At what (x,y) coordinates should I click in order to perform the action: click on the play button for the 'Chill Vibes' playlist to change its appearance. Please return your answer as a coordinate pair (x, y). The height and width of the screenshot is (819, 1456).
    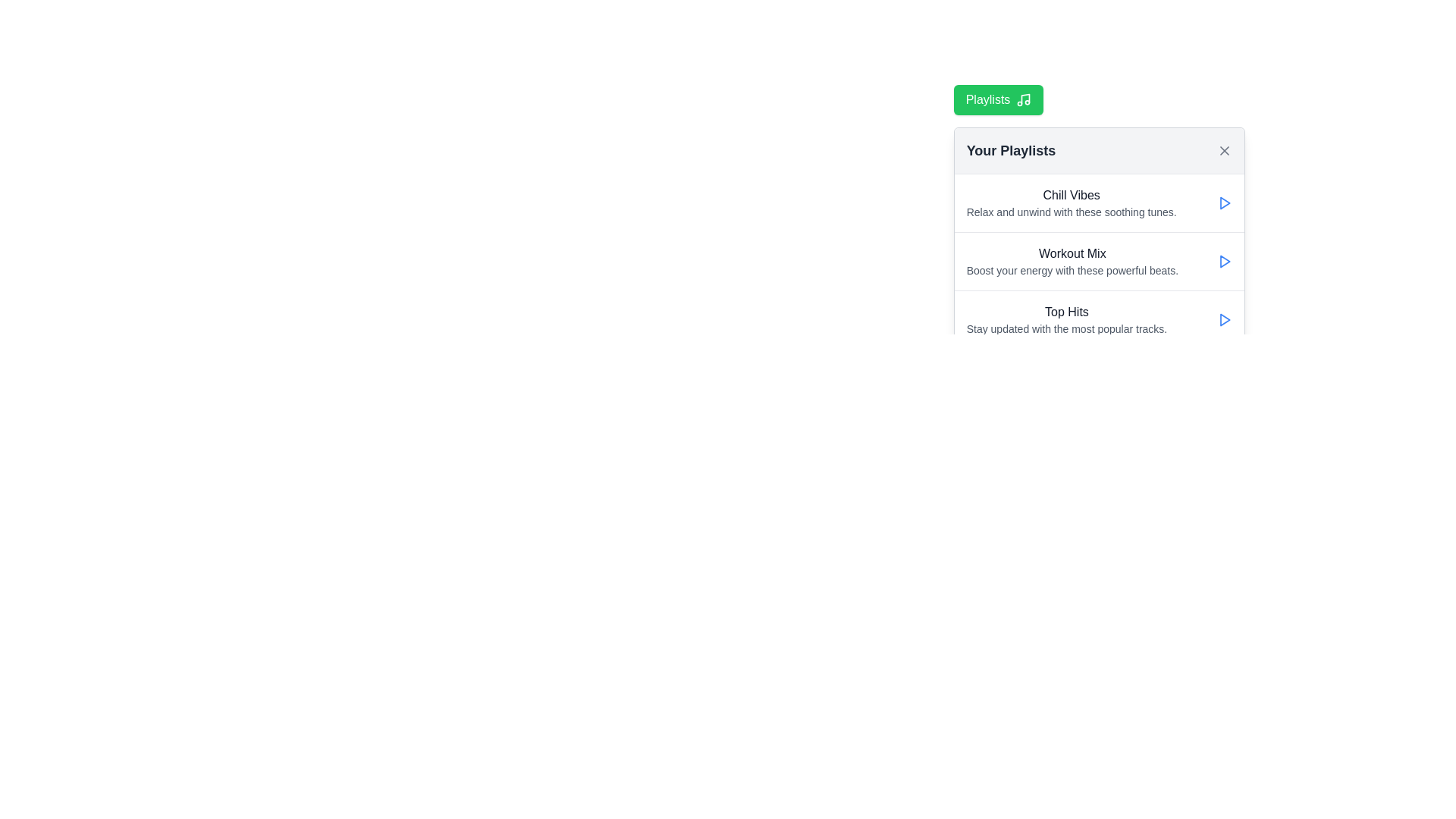
    Looking at the image, I should click on (1224, 202).